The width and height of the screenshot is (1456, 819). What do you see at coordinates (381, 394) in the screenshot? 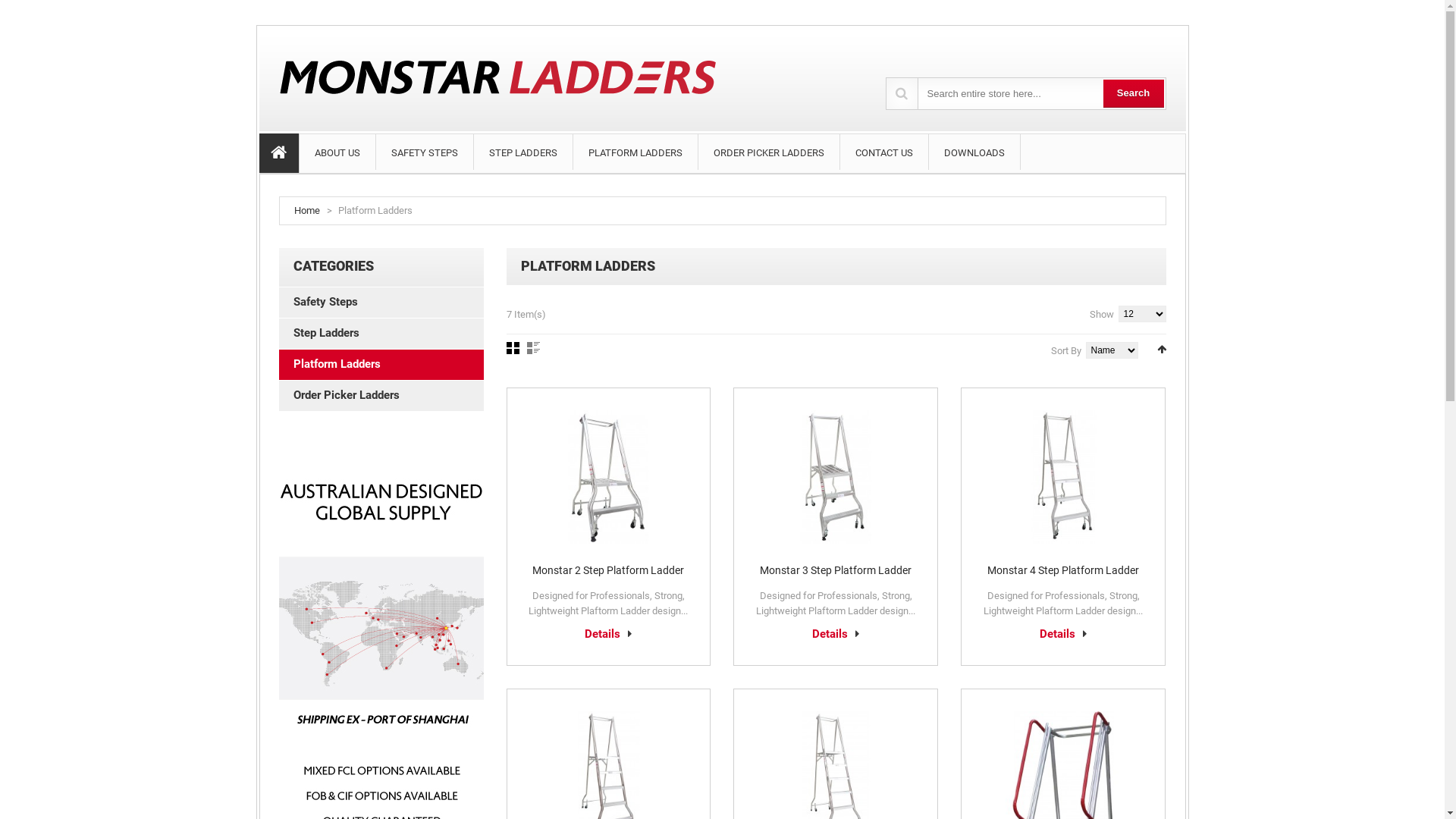
I see `'Order Picker Ladders'` at bounding box center [381, 394].